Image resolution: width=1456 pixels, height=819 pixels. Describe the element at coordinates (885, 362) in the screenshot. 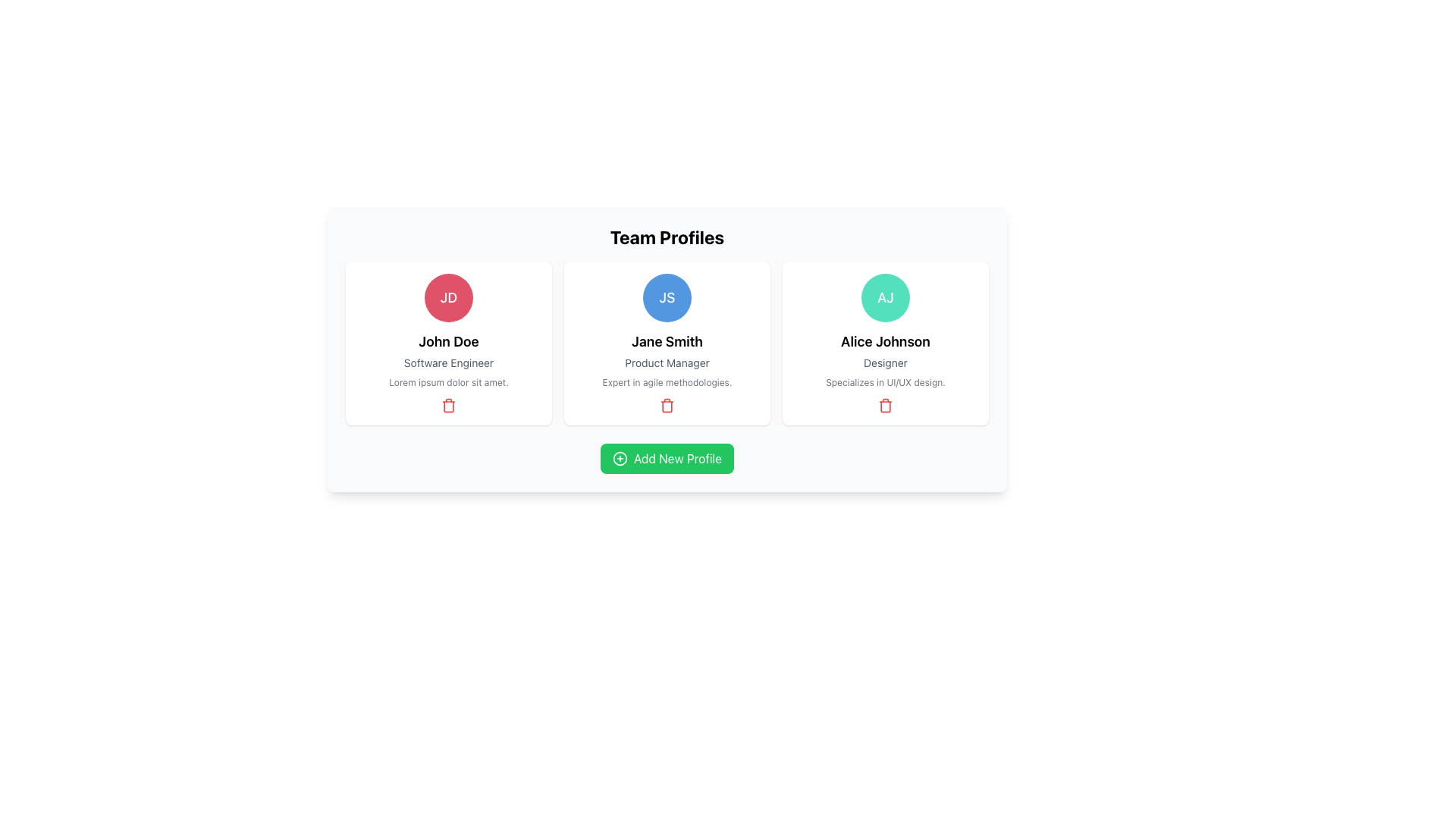

I see `the text label displaying 'Designer' located below the name 'Alice Johnson' in the profile card` at that location.